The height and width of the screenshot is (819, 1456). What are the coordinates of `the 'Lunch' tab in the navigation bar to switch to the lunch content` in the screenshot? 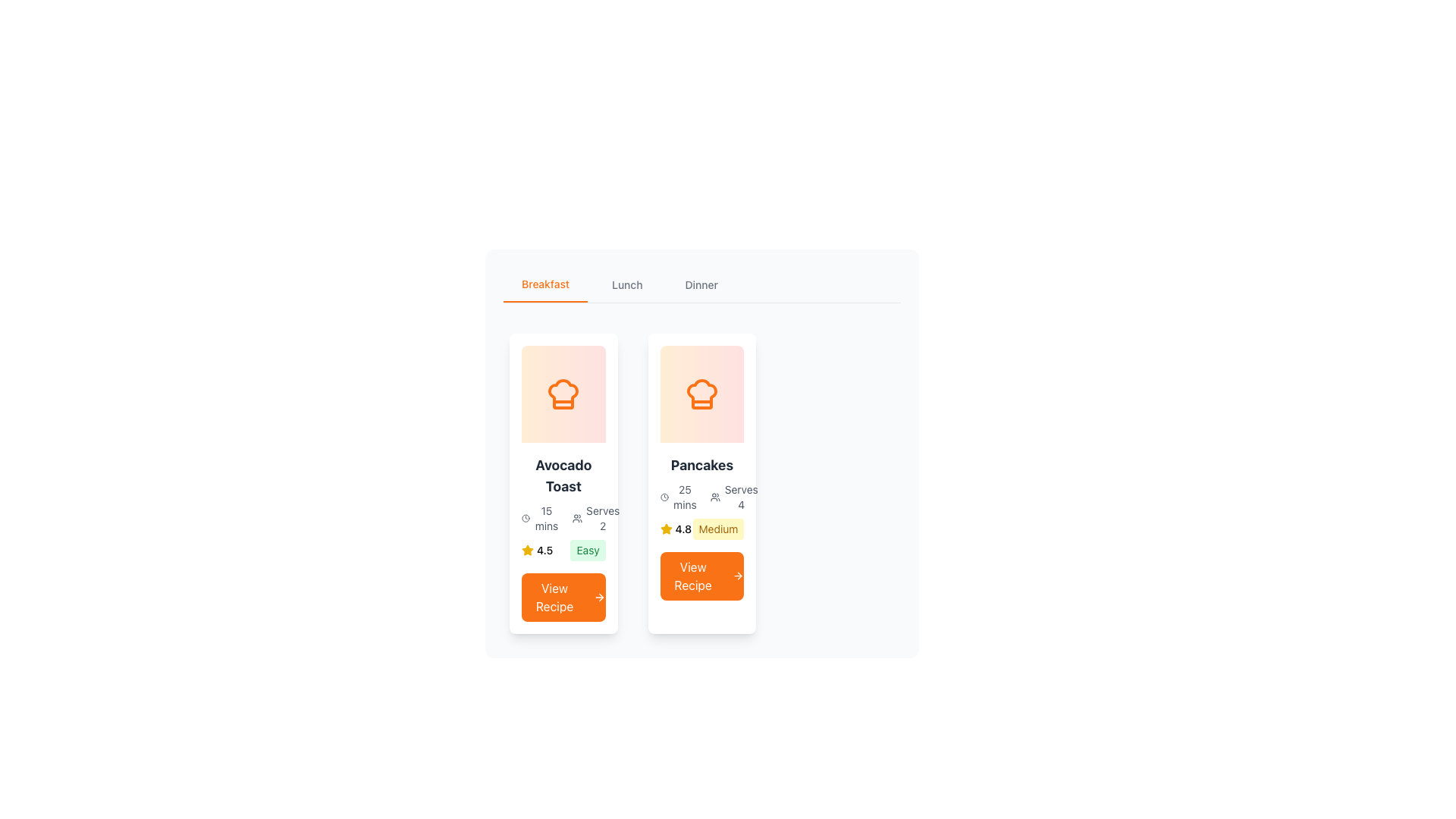 It's located at (626, 284).